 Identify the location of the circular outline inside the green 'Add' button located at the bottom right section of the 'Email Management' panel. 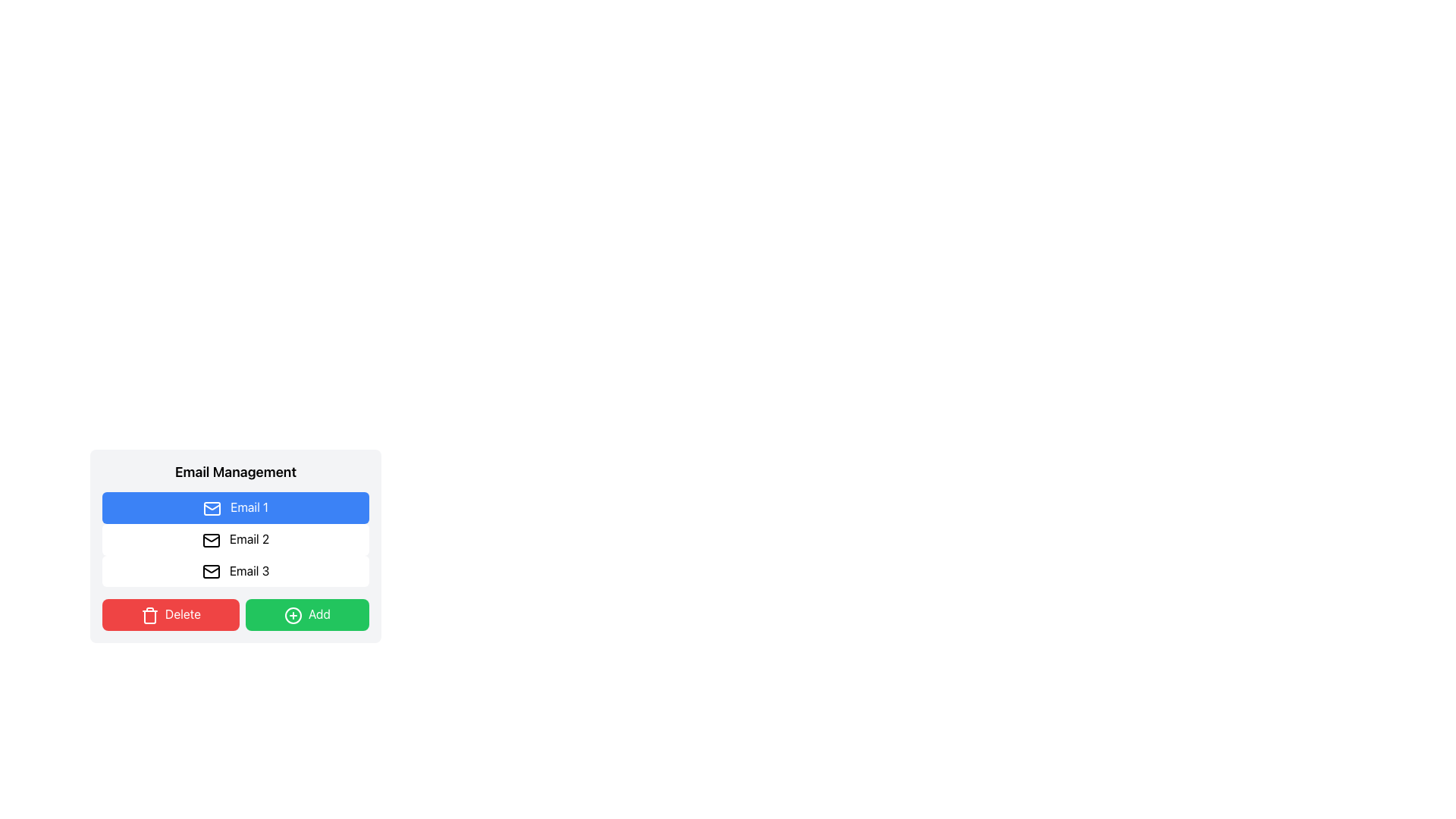
(293, 616).